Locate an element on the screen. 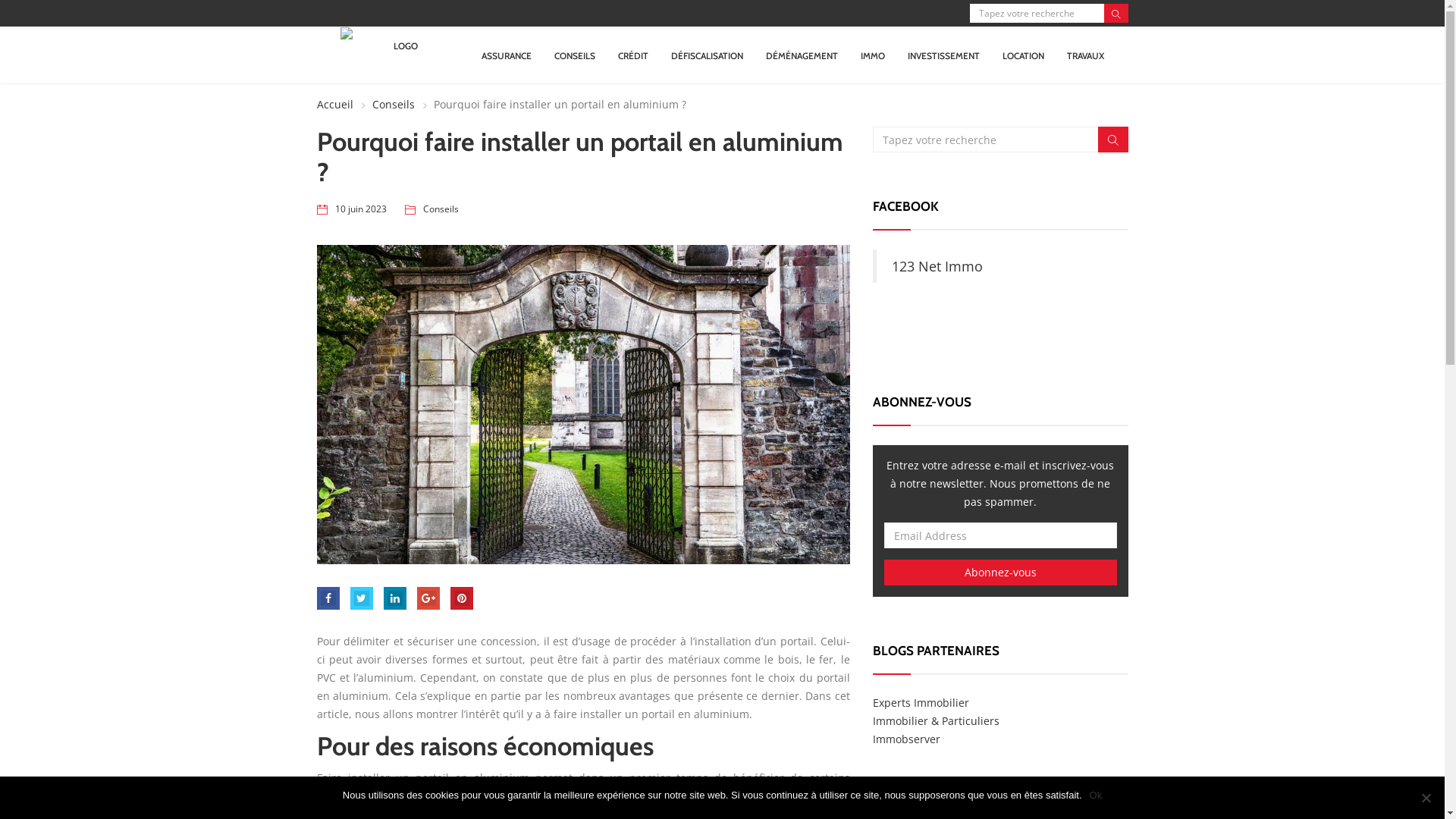 The height and width of the screenshot is (819, 1456). 'Login' is located at coordinates (729, 427).